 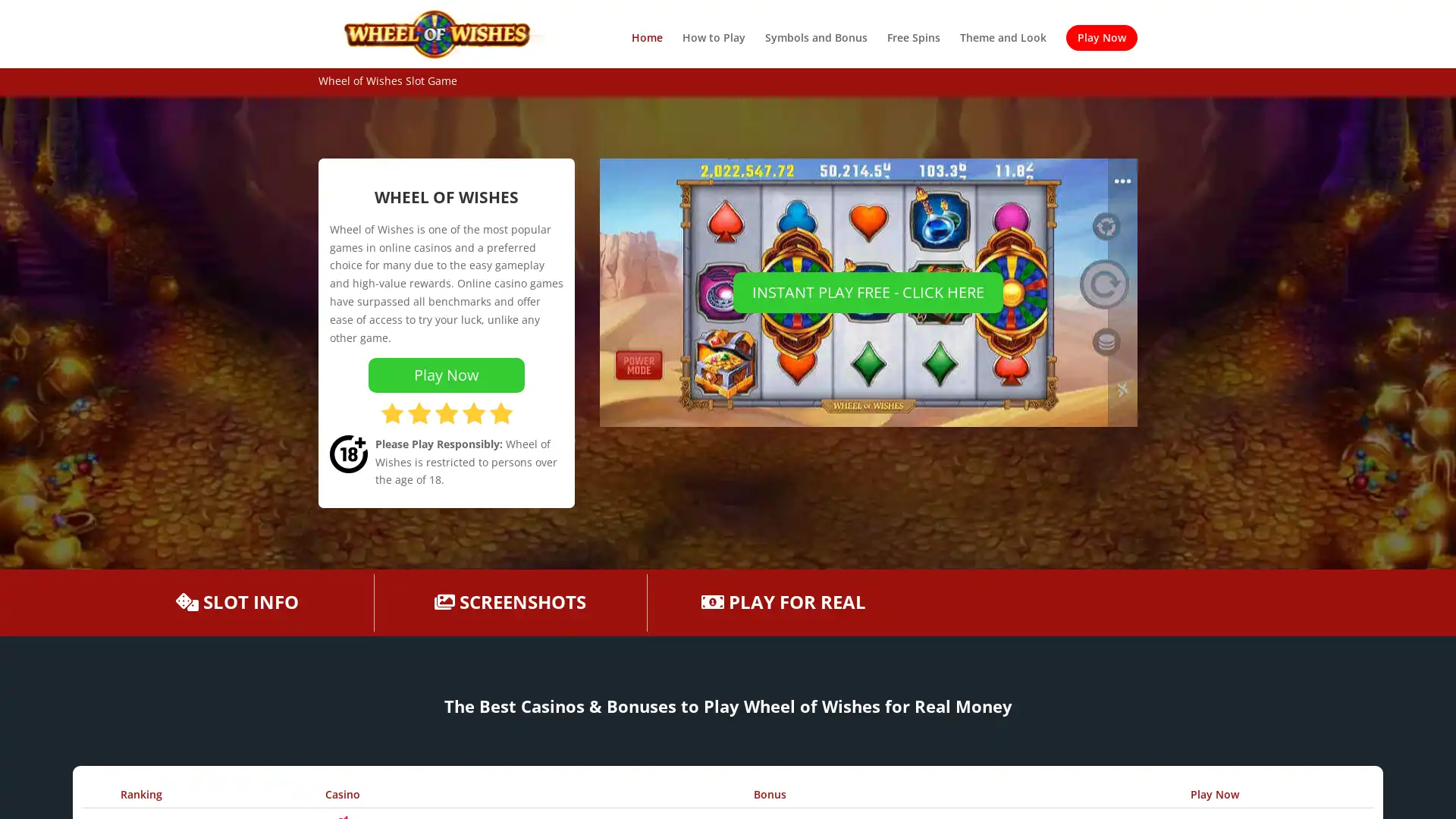 I want to click on INSTANT PLAY FREE - CLICK HERE 5, so click(x=868, y=292).